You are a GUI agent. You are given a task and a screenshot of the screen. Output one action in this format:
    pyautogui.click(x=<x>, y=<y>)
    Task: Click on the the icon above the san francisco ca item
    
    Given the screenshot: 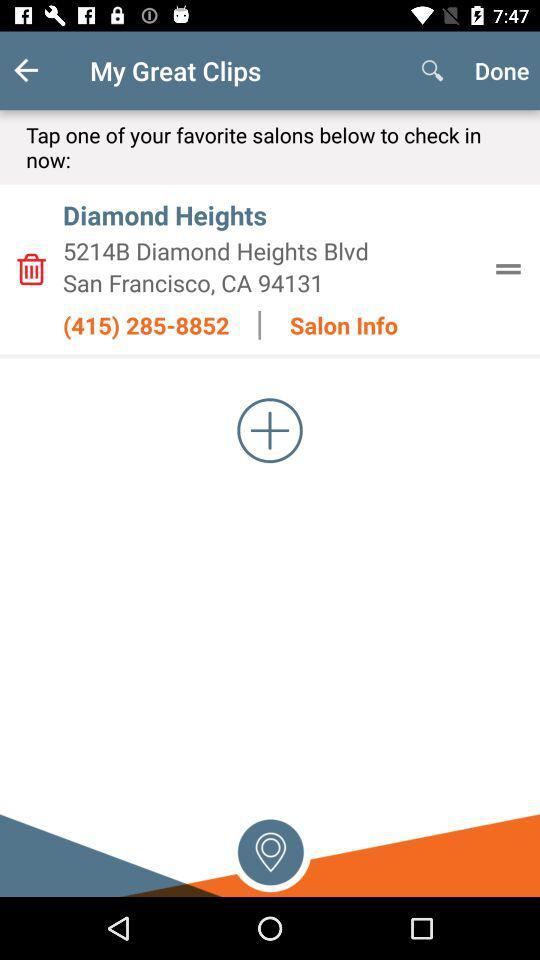 What is the action you would take?
    pyautogui.click(x=270, y=250)
    